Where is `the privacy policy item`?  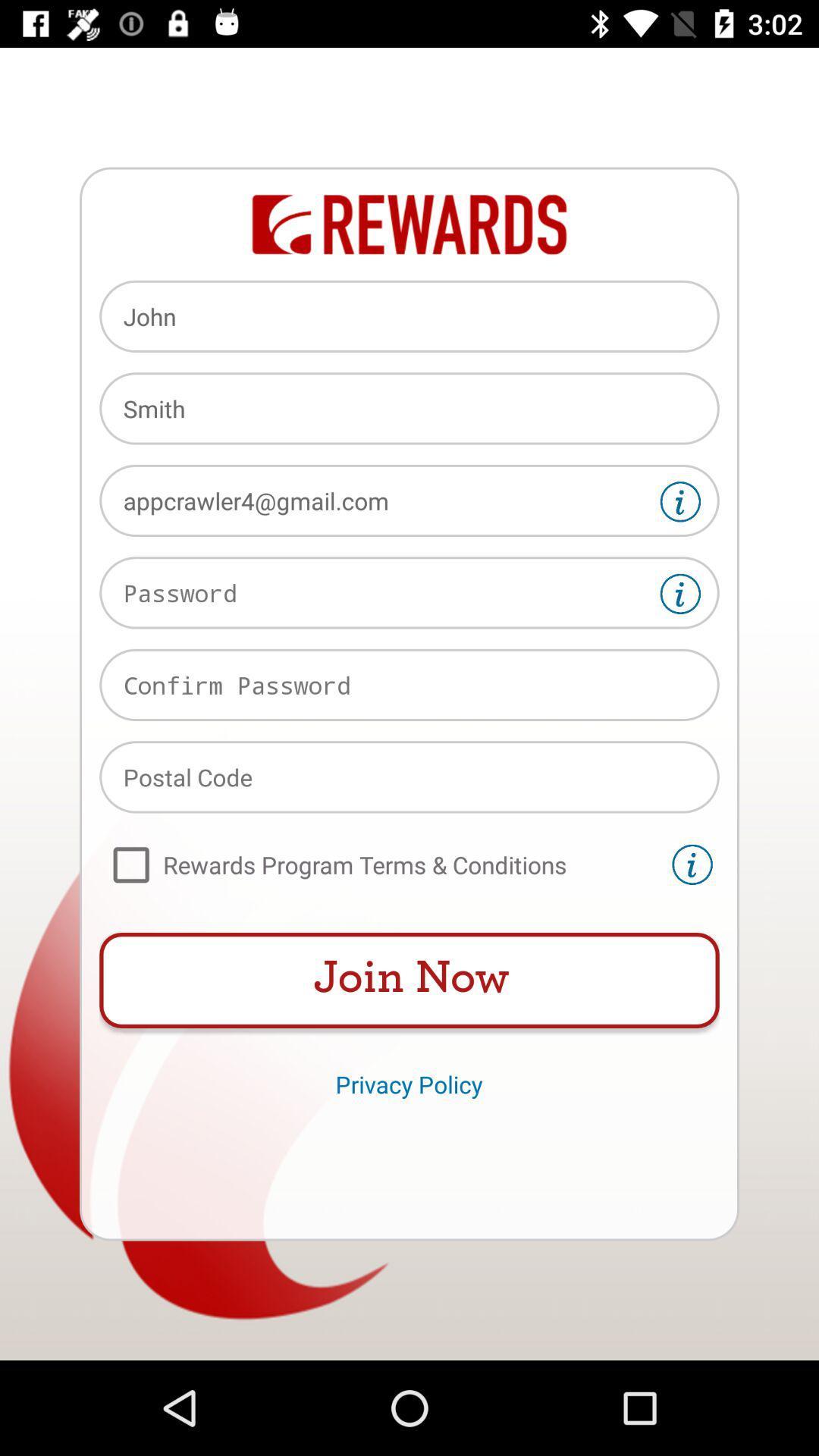 the privacy policy item is located at coordinates (408, 1083).